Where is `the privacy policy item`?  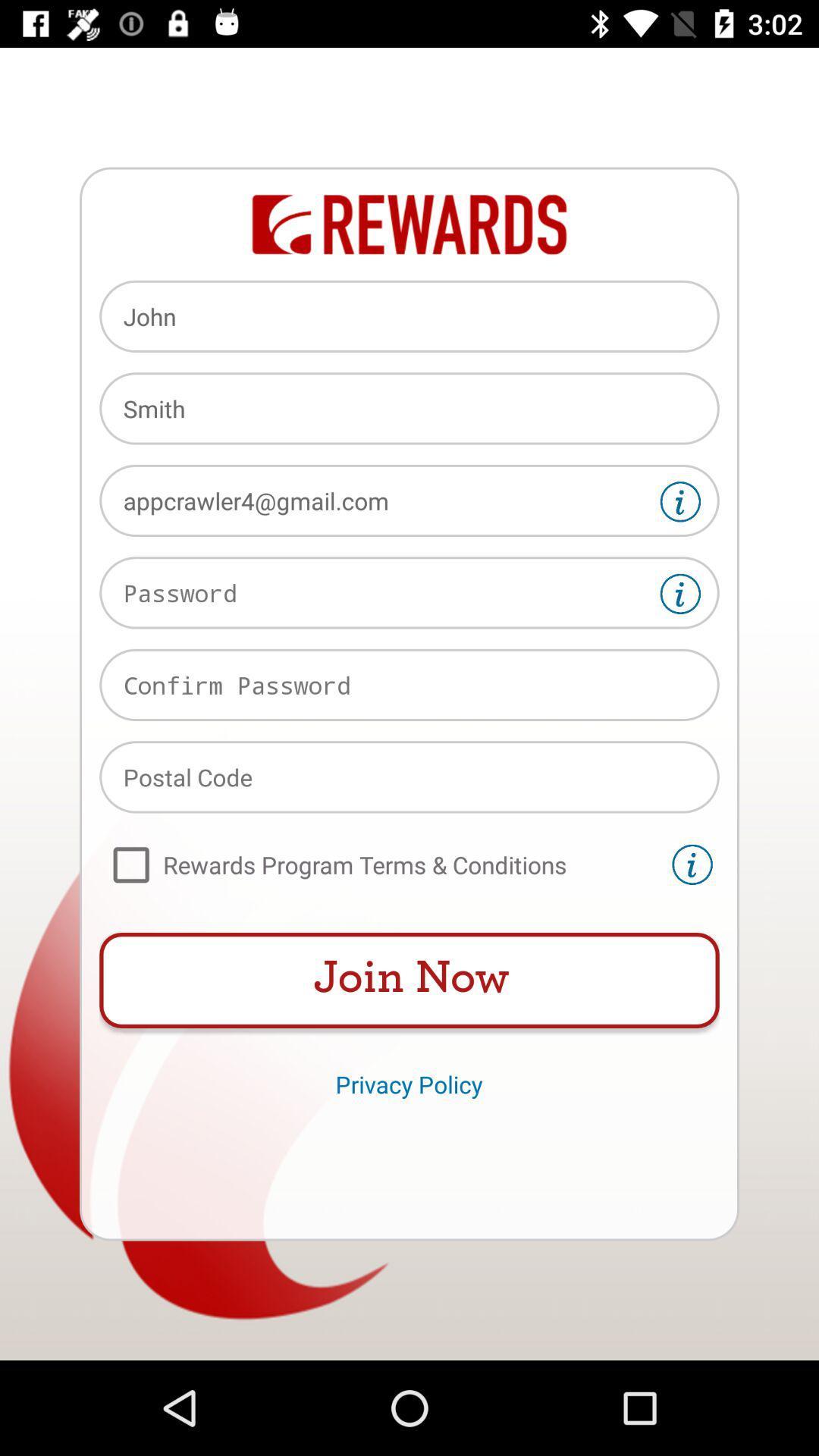 the privacy policy item is located at coordinates (408, 1083).